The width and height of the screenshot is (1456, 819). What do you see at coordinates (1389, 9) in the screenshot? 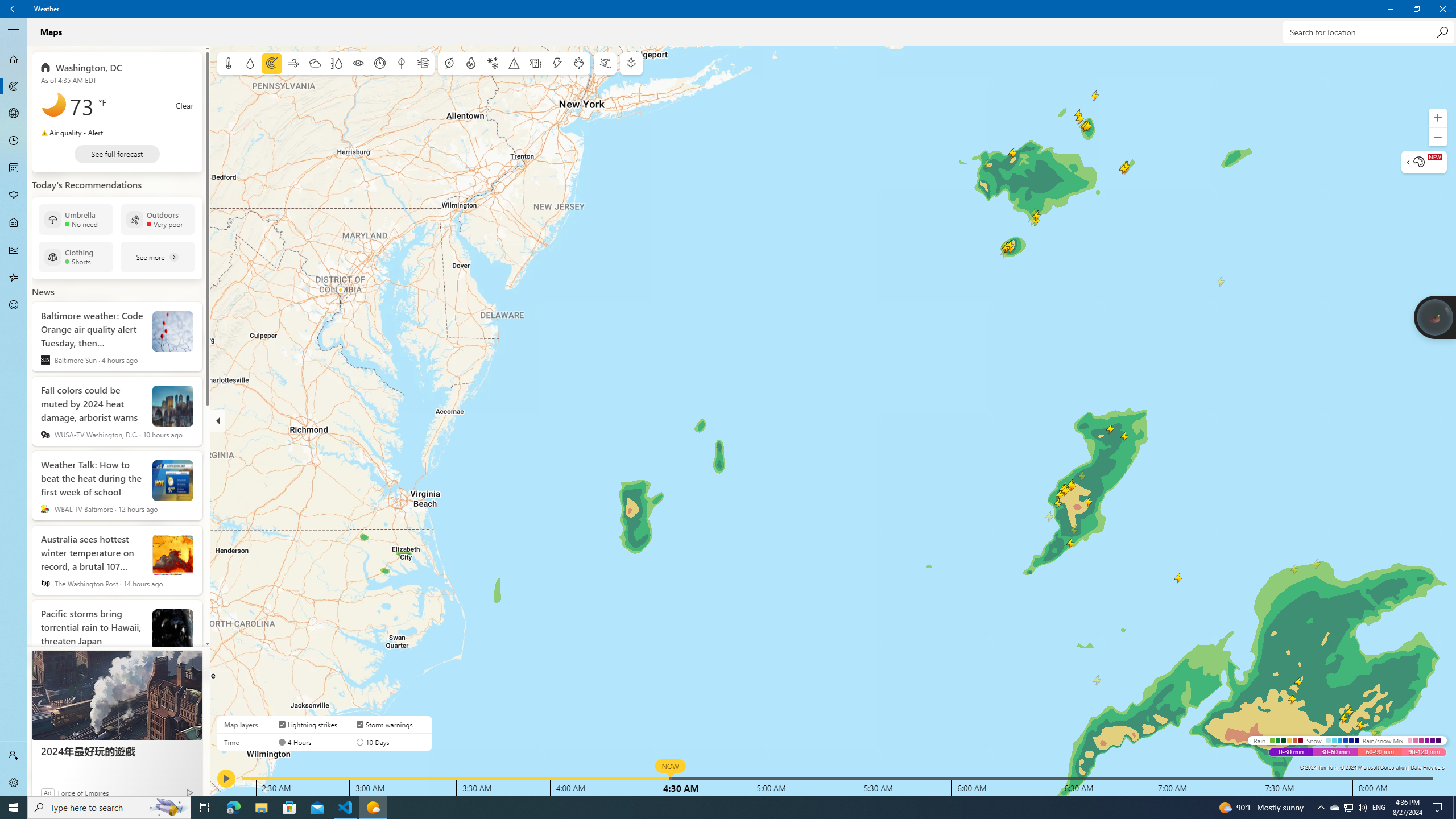
I see `'Minimize Weather'` at bounding box center [1389, 9].